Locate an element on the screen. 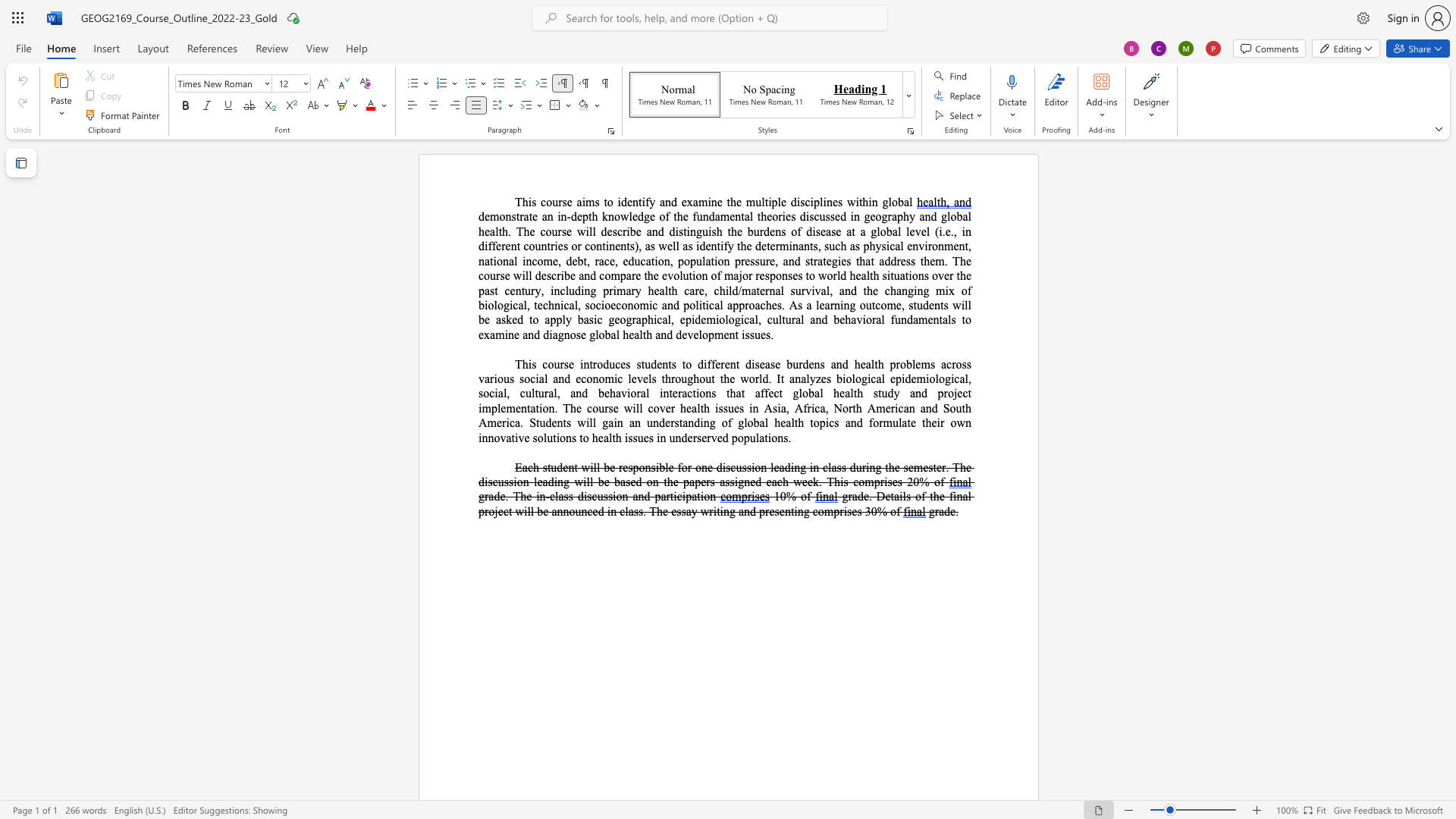  the space between the continuous character "m" and "u" in the text is located at coordinates (755, 201).